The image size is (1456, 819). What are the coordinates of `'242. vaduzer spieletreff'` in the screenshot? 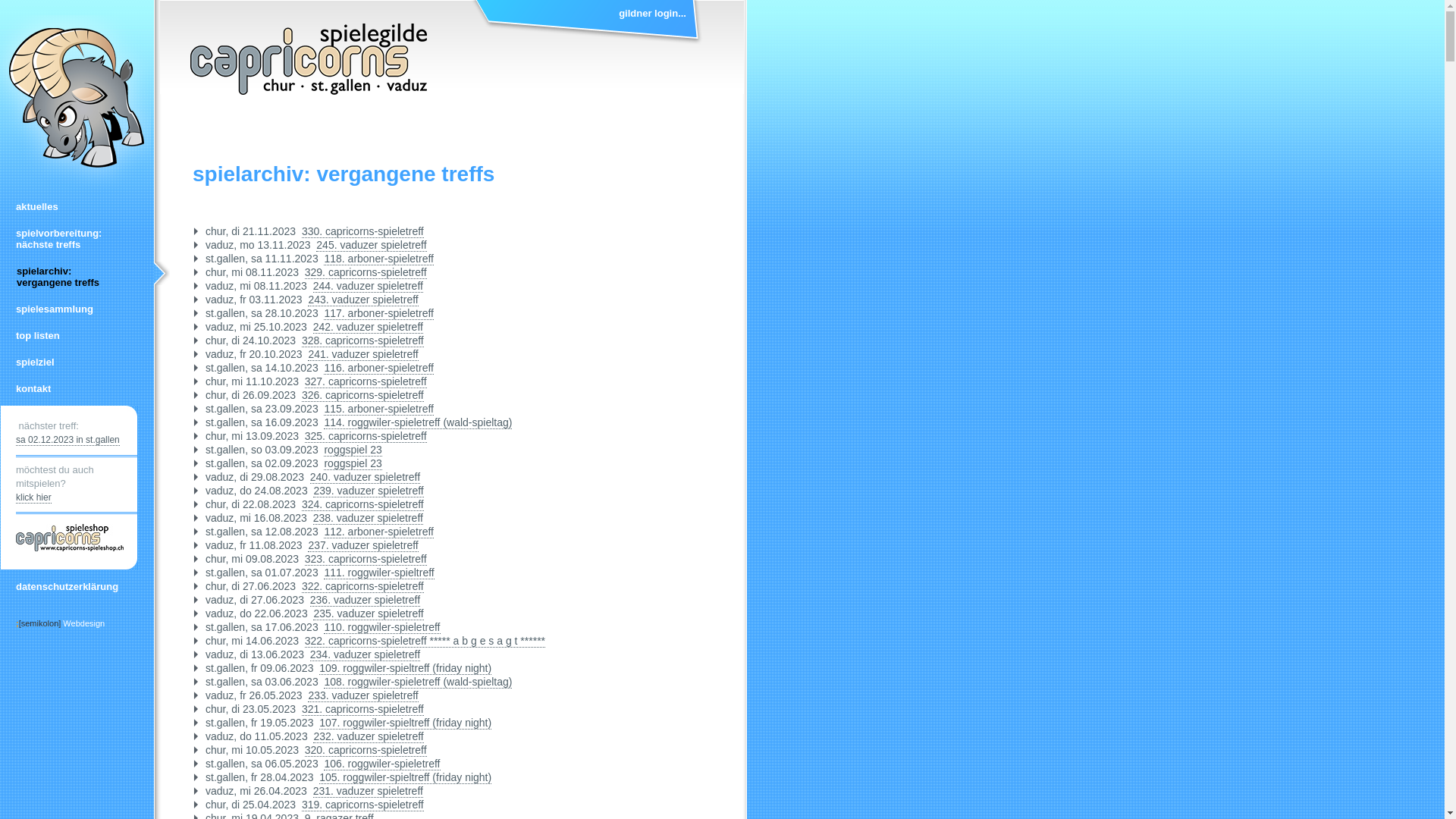 It's located at (368, 326).